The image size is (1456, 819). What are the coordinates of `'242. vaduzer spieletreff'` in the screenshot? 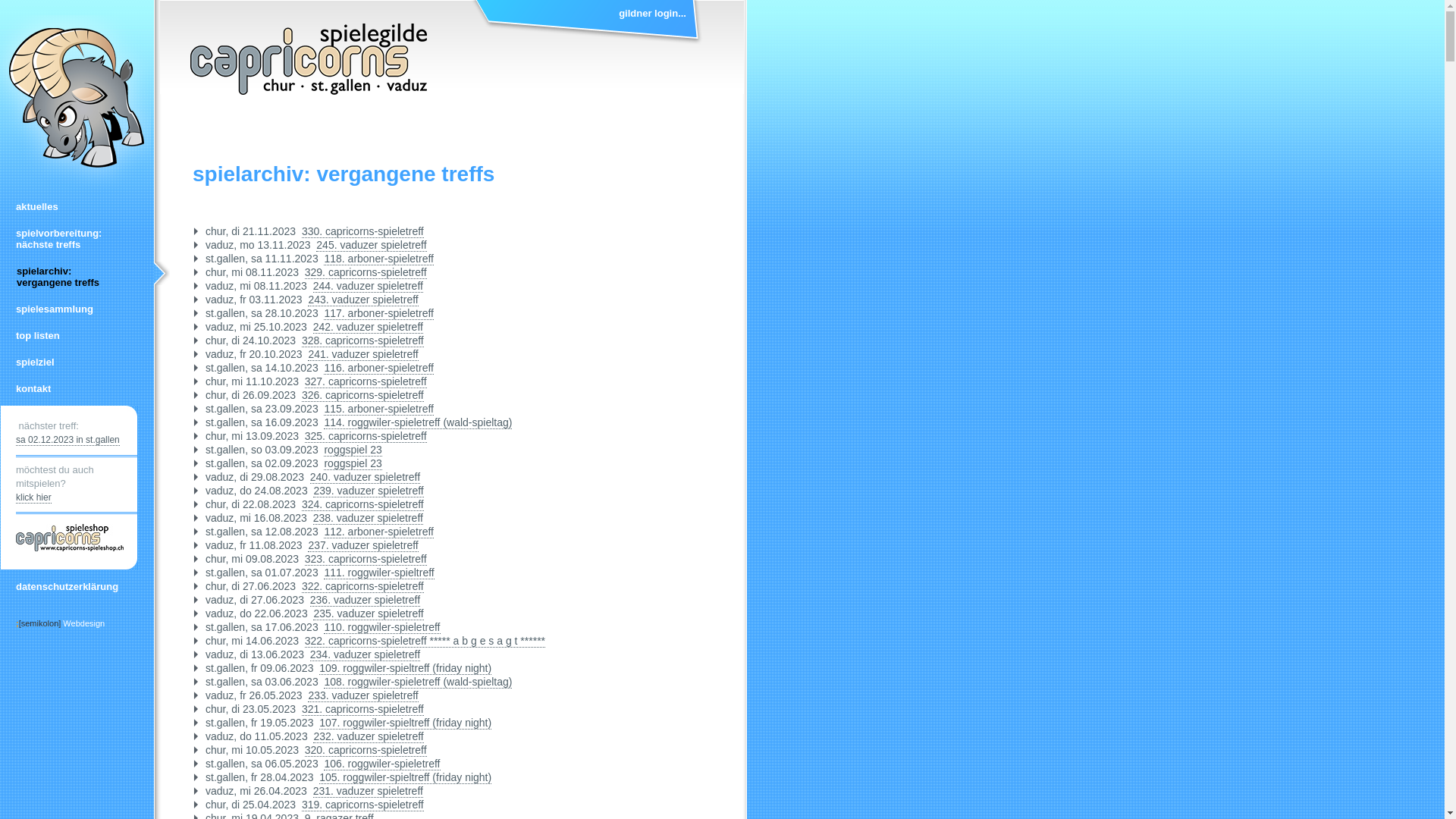 It's located at (368, 326).